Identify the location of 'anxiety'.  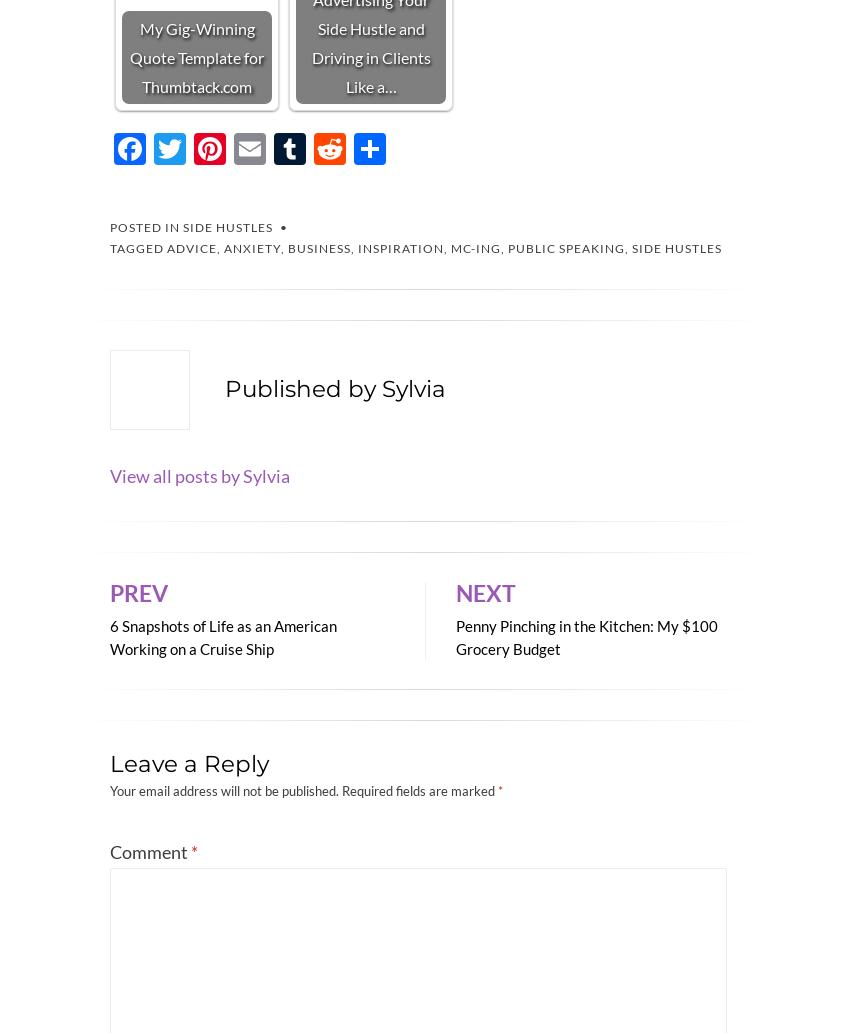
(252, 247).